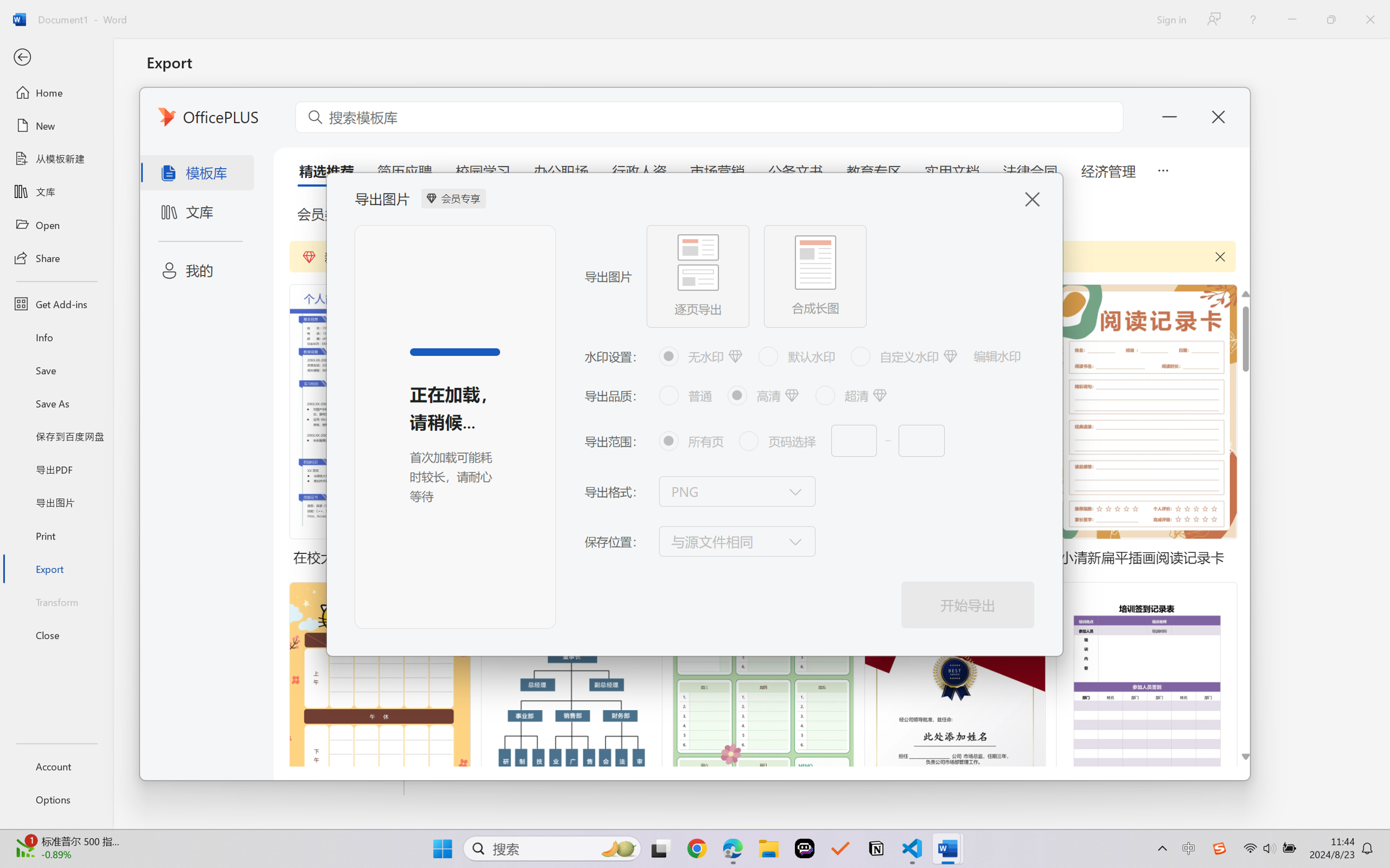  Describe the element at coordinates (56, 536) in the screenshot. I see `'Print'` at that location.